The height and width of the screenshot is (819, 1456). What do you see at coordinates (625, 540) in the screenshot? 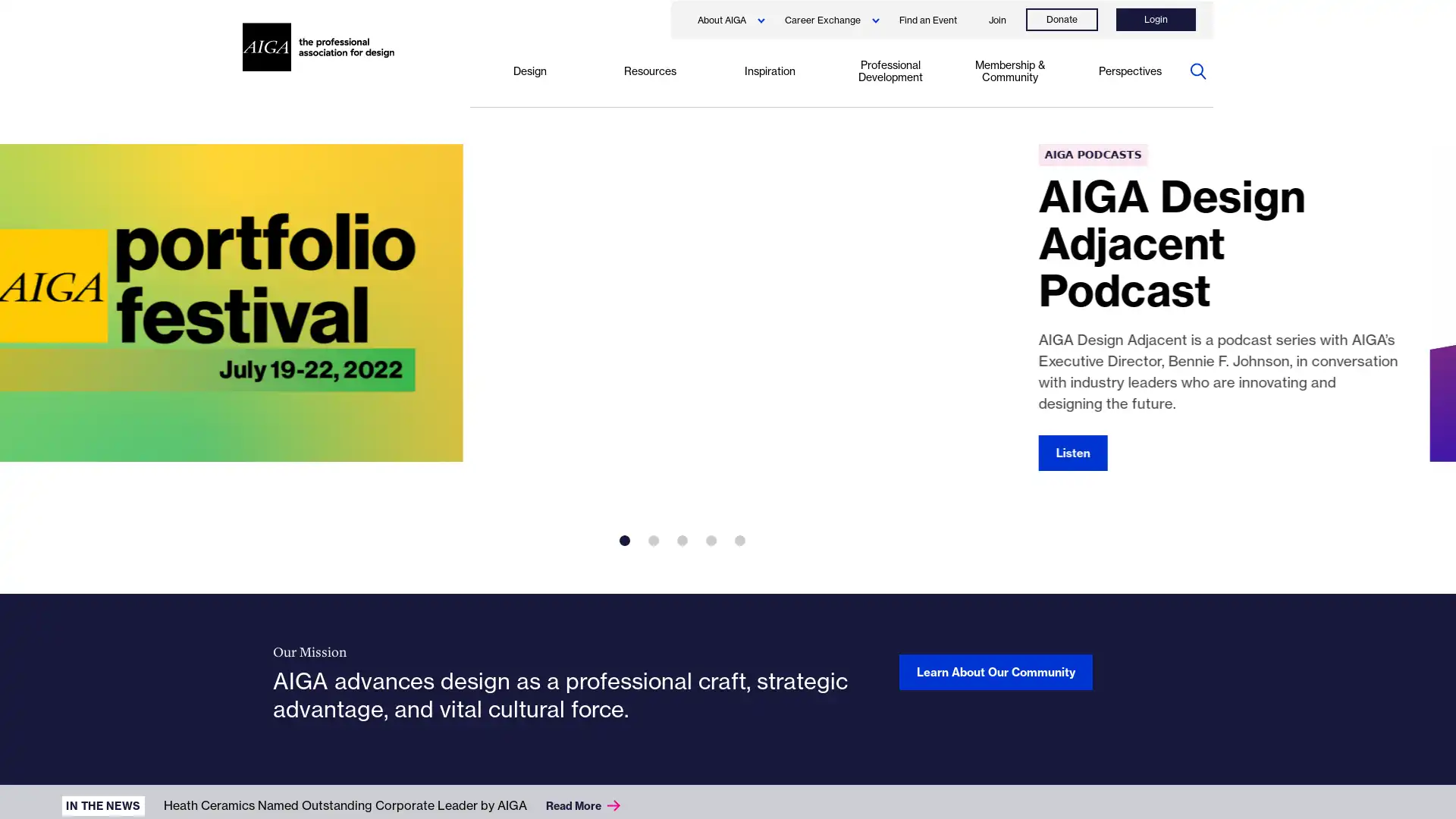
I see `1 of 5` at bounding box center [625, 540].